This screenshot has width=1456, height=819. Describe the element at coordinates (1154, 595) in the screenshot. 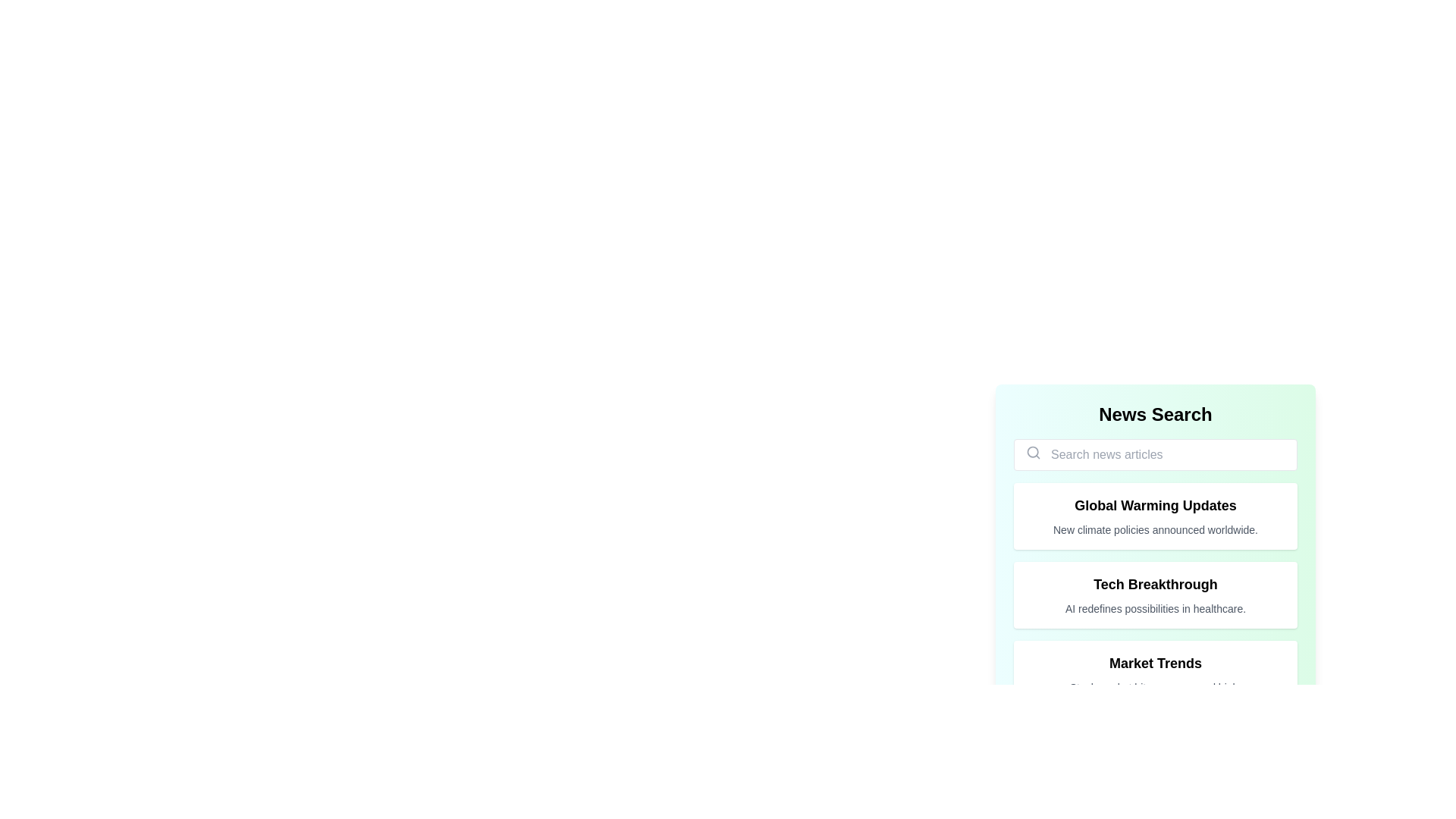

I see `the second interactive card summarizing the news item 'Tech Breakthrough'` at that location.